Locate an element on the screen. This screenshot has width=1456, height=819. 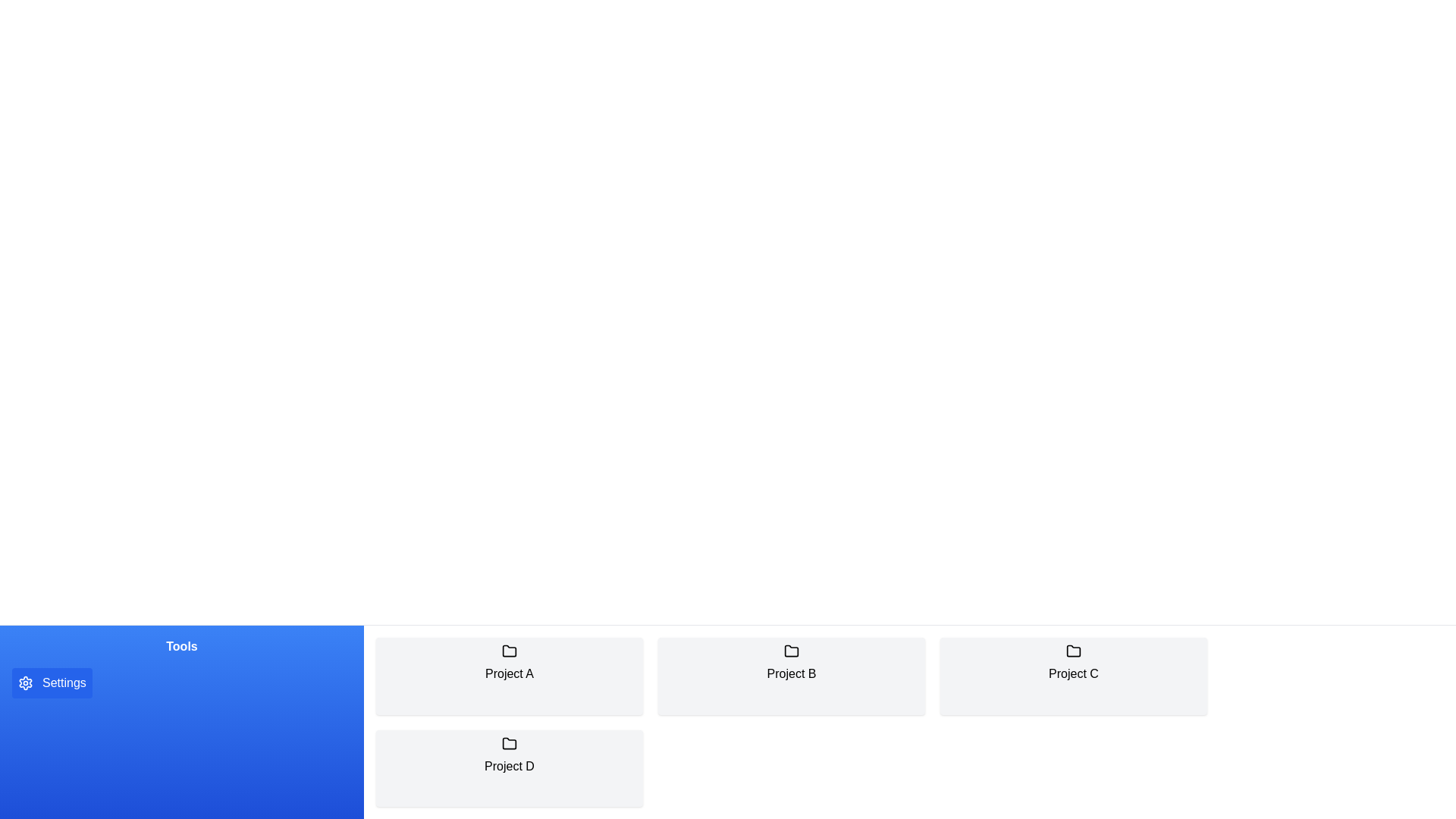
the folder icon that is located above the text labeled 'Project C' in the lower section of the page's grid layout is located at coordinates (1073, 649).